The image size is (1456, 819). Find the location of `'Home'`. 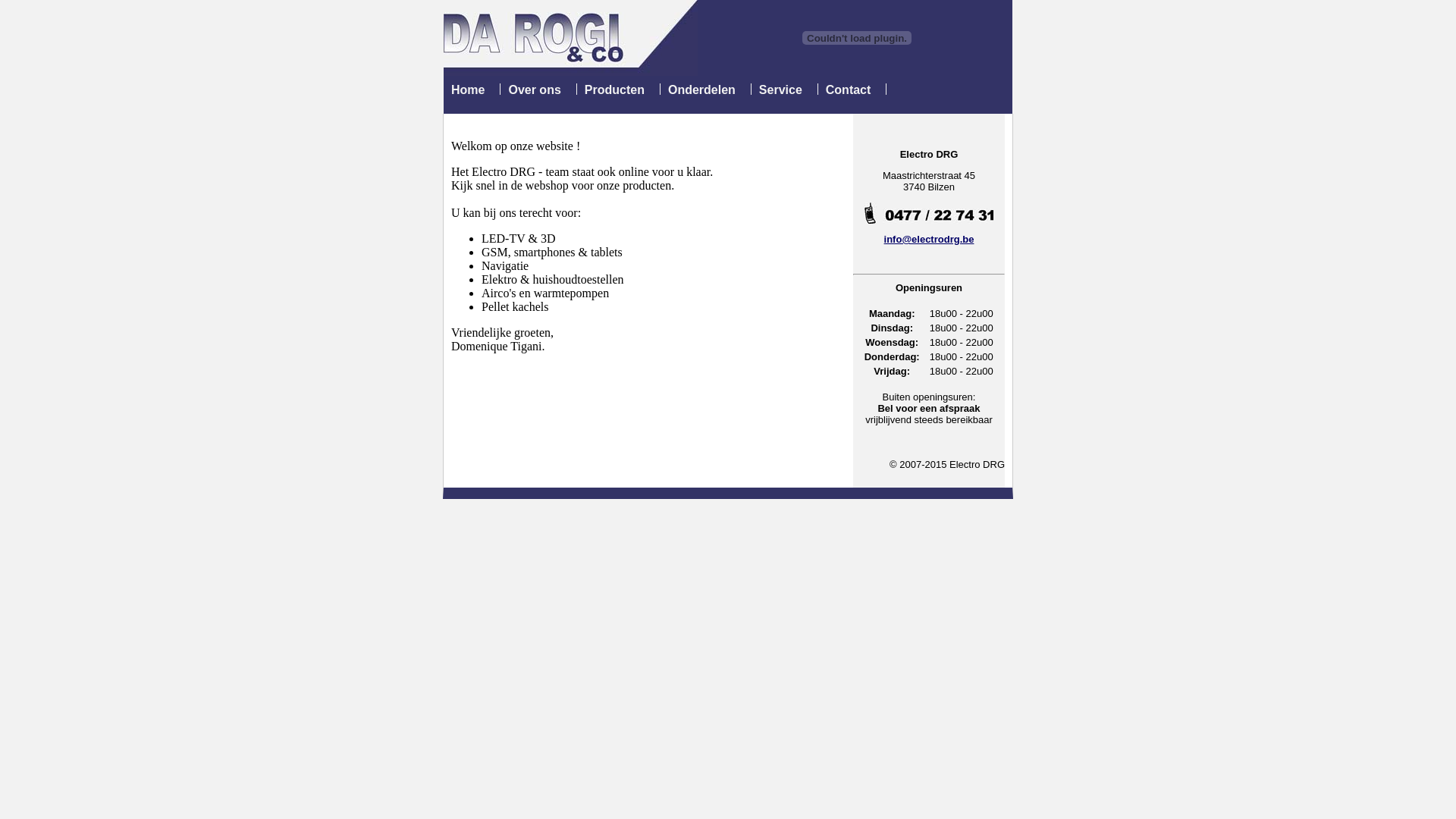

'Home' is located at coordinates (467, 89).